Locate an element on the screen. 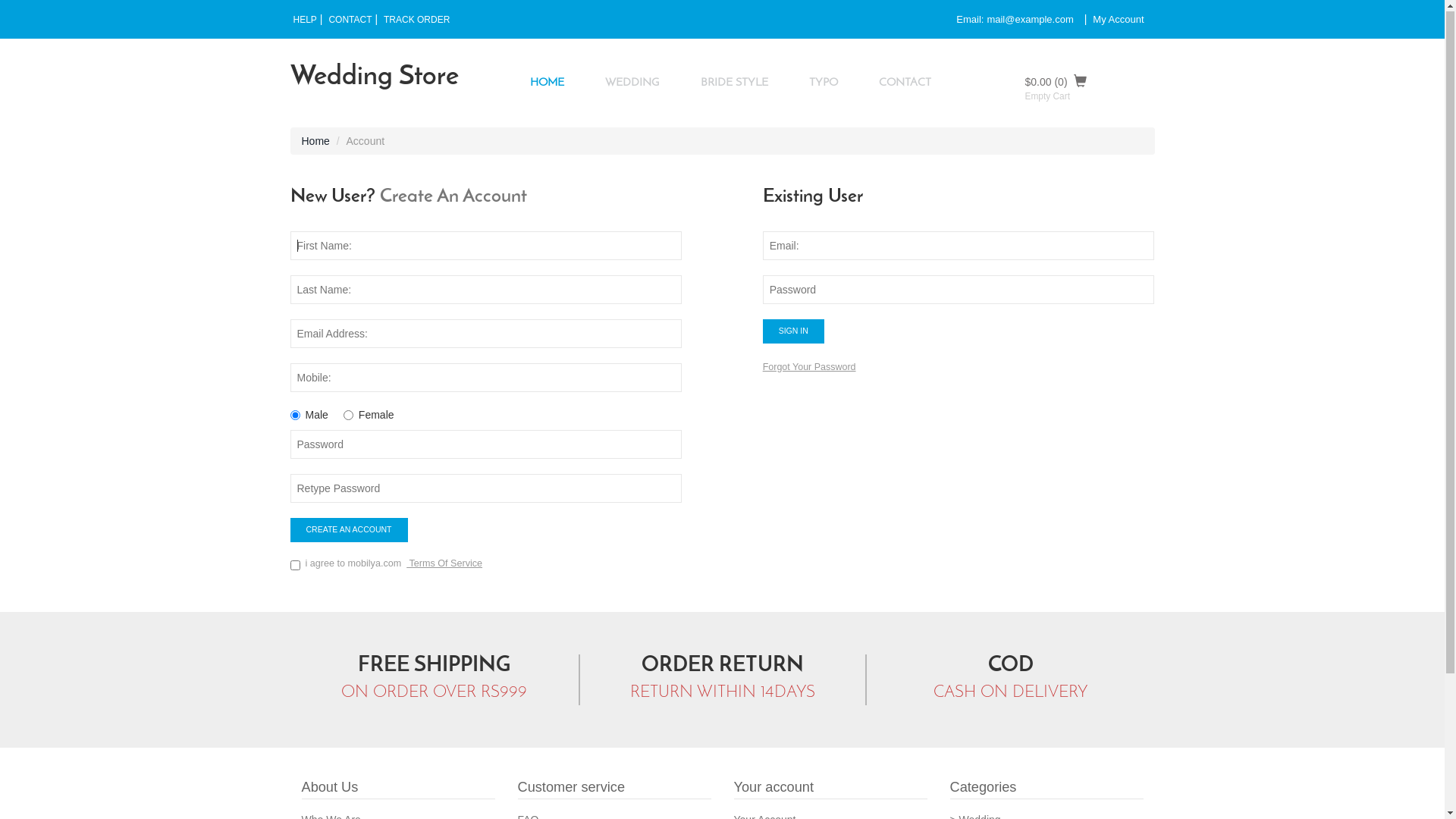 This screenshot has height=819, width=1456. 'WEDDING' is located at coordinates (585, 83).